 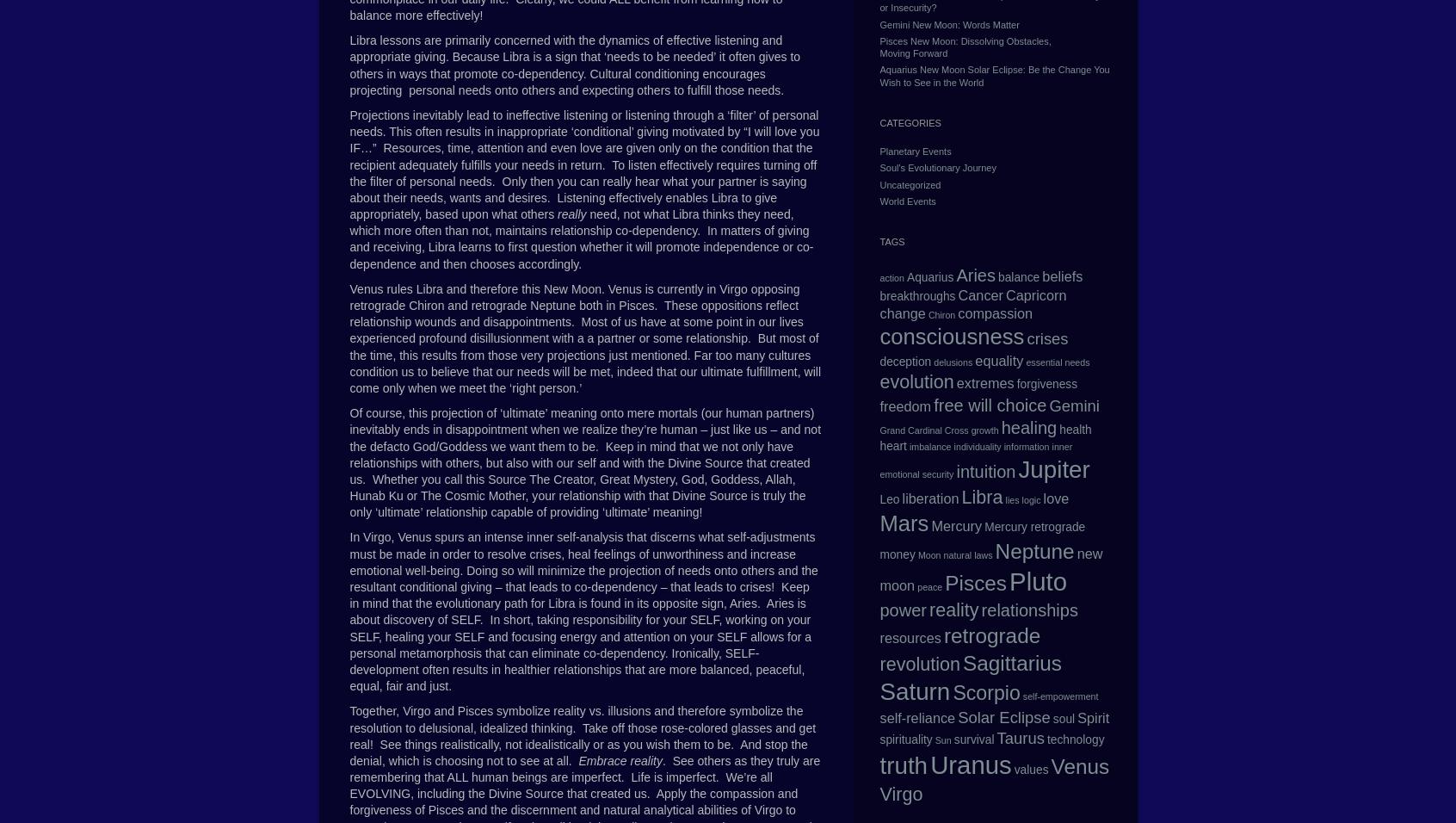 What do you see at coordinates (901, 313) in the screenshot?
I see `'change'` at bounding box center [901, 313].